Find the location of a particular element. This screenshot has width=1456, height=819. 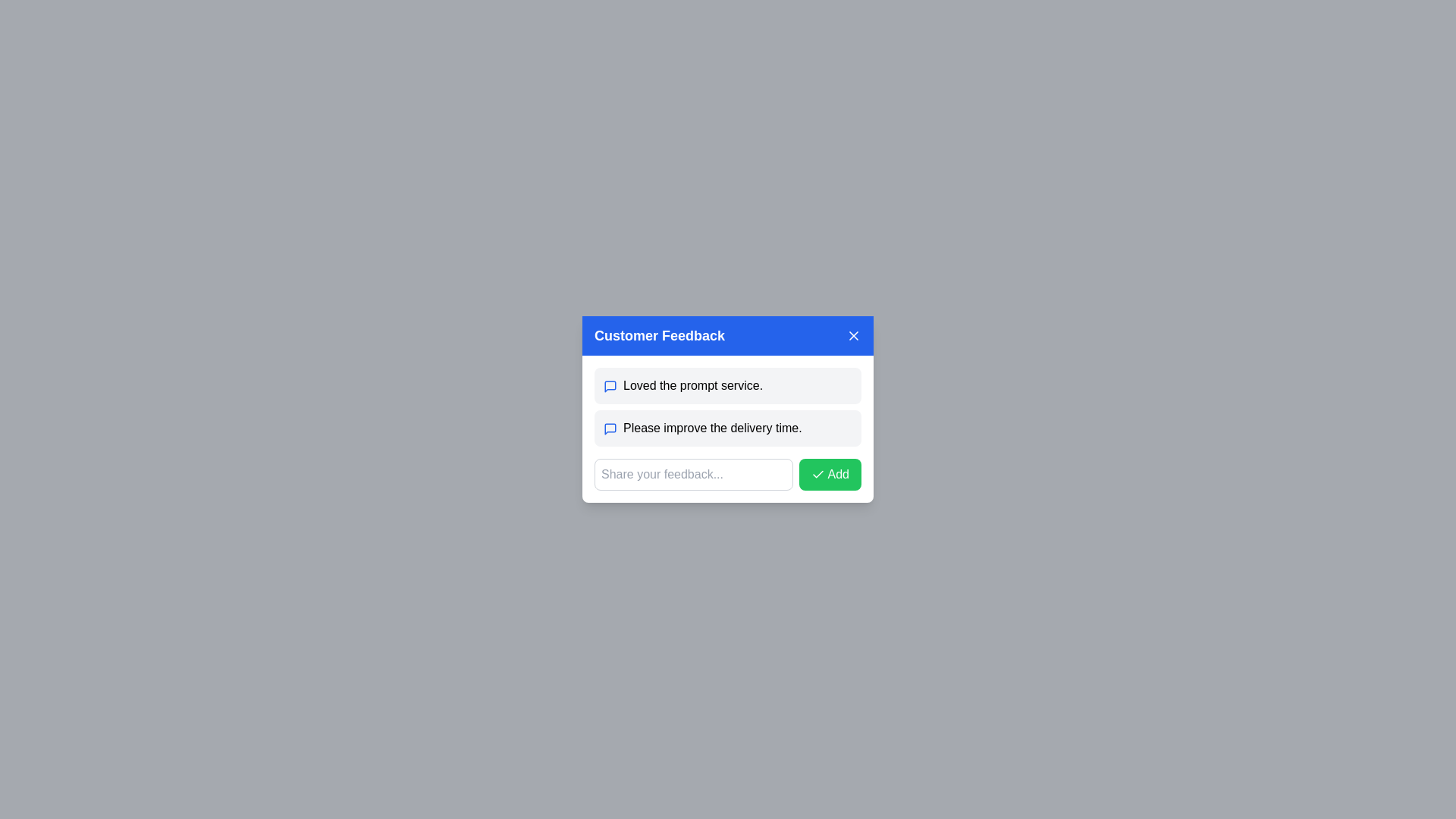

first textual feedback entry displayed in the interface, which is located to the right of a small blue speech bubble icon is located at coordinates (692, 385).